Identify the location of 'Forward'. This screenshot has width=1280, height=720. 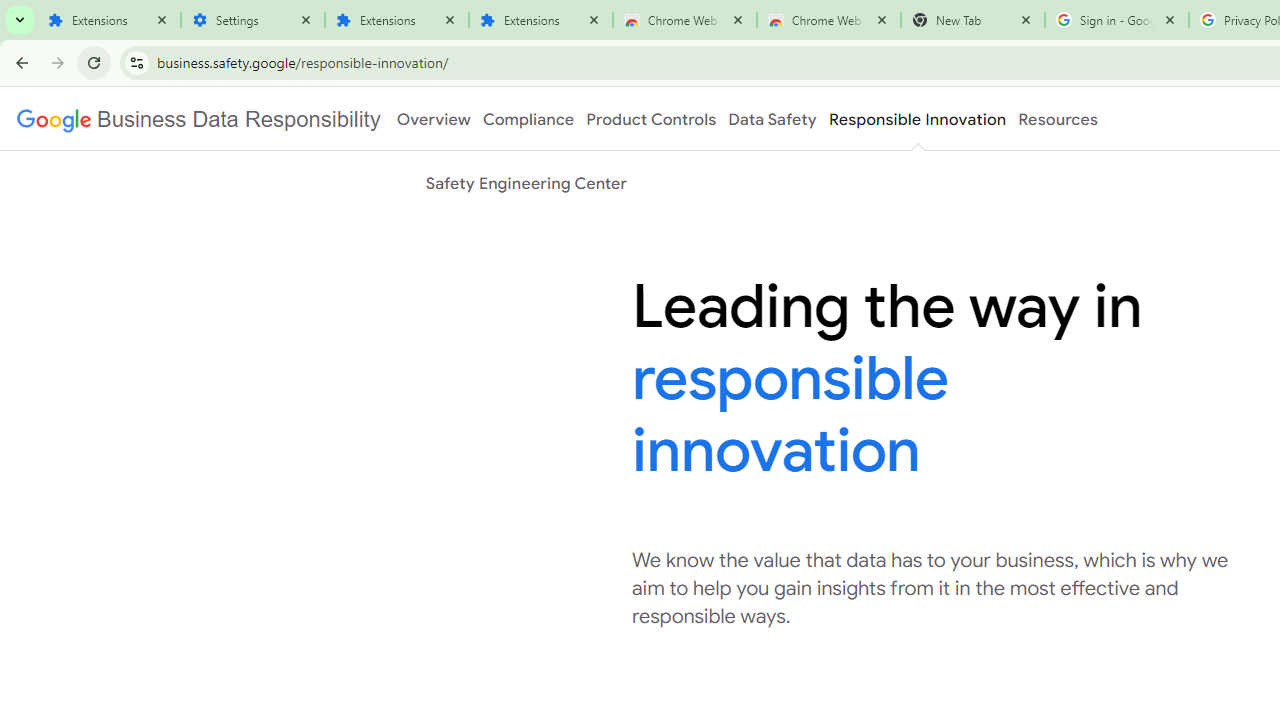
(58, 61).